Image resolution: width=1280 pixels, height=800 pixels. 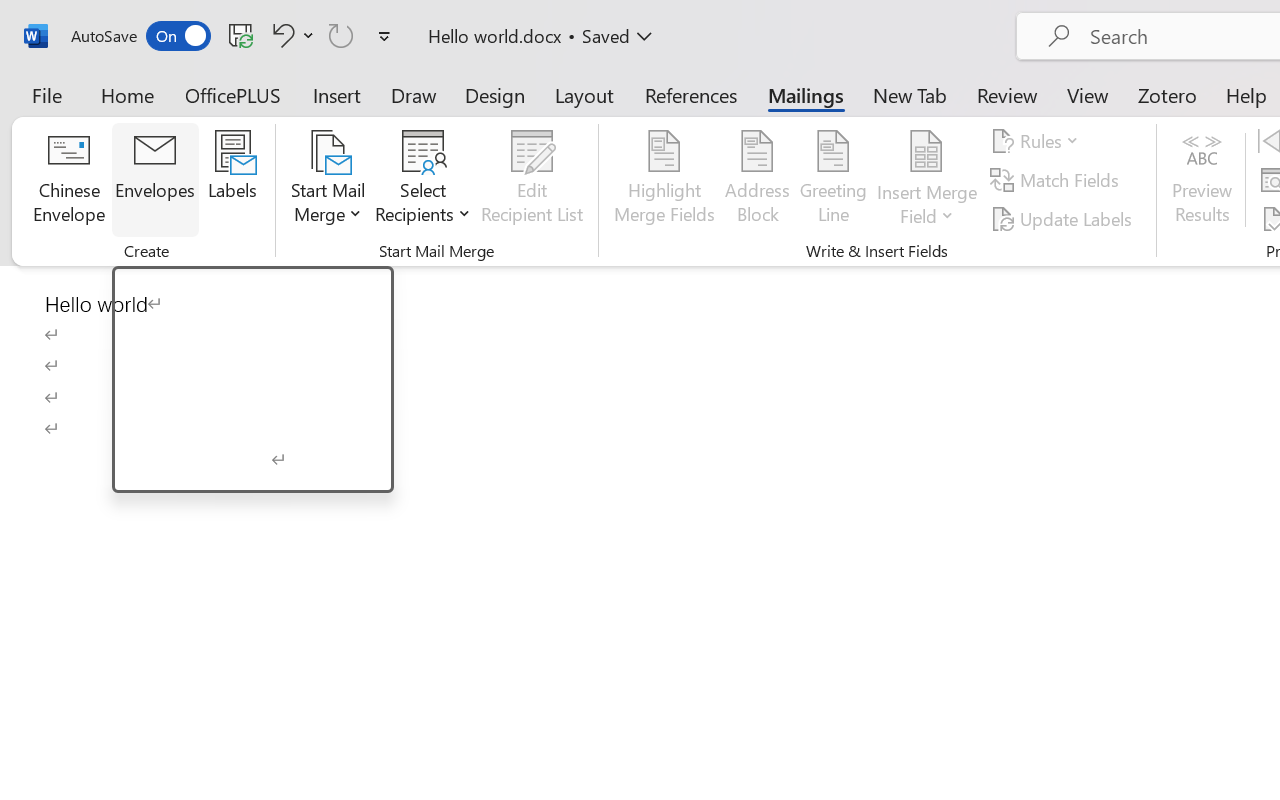 I want to click on 'Design', so click(x=495, y=94).